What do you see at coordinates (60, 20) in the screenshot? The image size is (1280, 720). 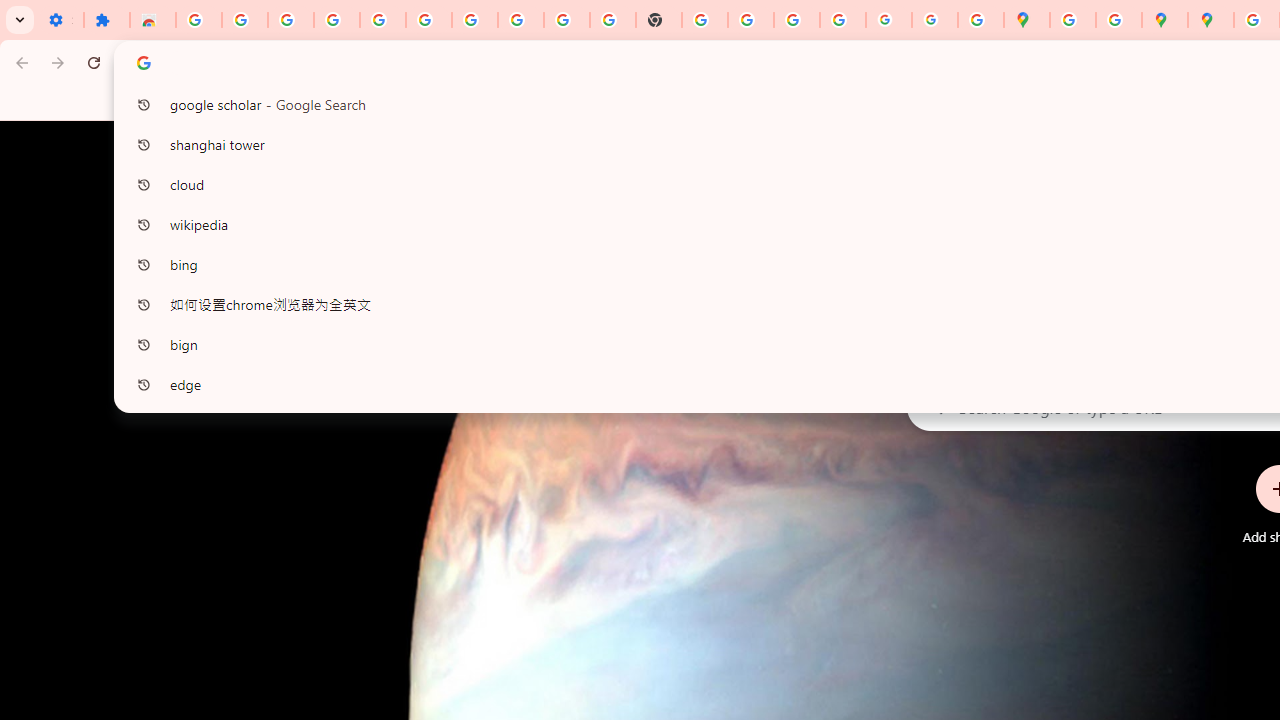 I see `'Settings - On startup'` at bounding box center [60, 20].